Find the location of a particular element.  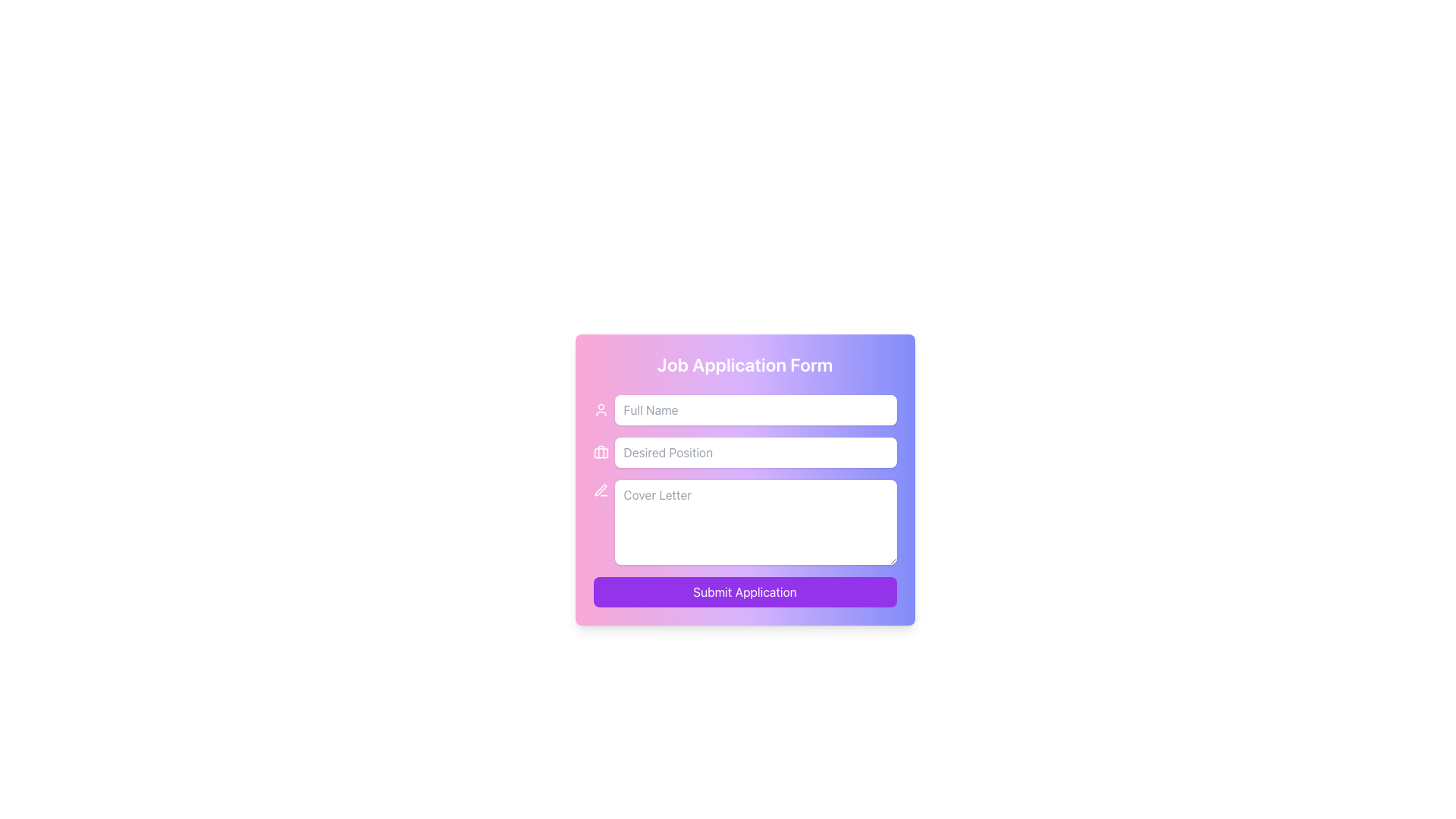

the Decorative Icon located to the left of the 'Cover Letter' text area in the form, which indicates an input-related feature is located at coordinates (600, 491).